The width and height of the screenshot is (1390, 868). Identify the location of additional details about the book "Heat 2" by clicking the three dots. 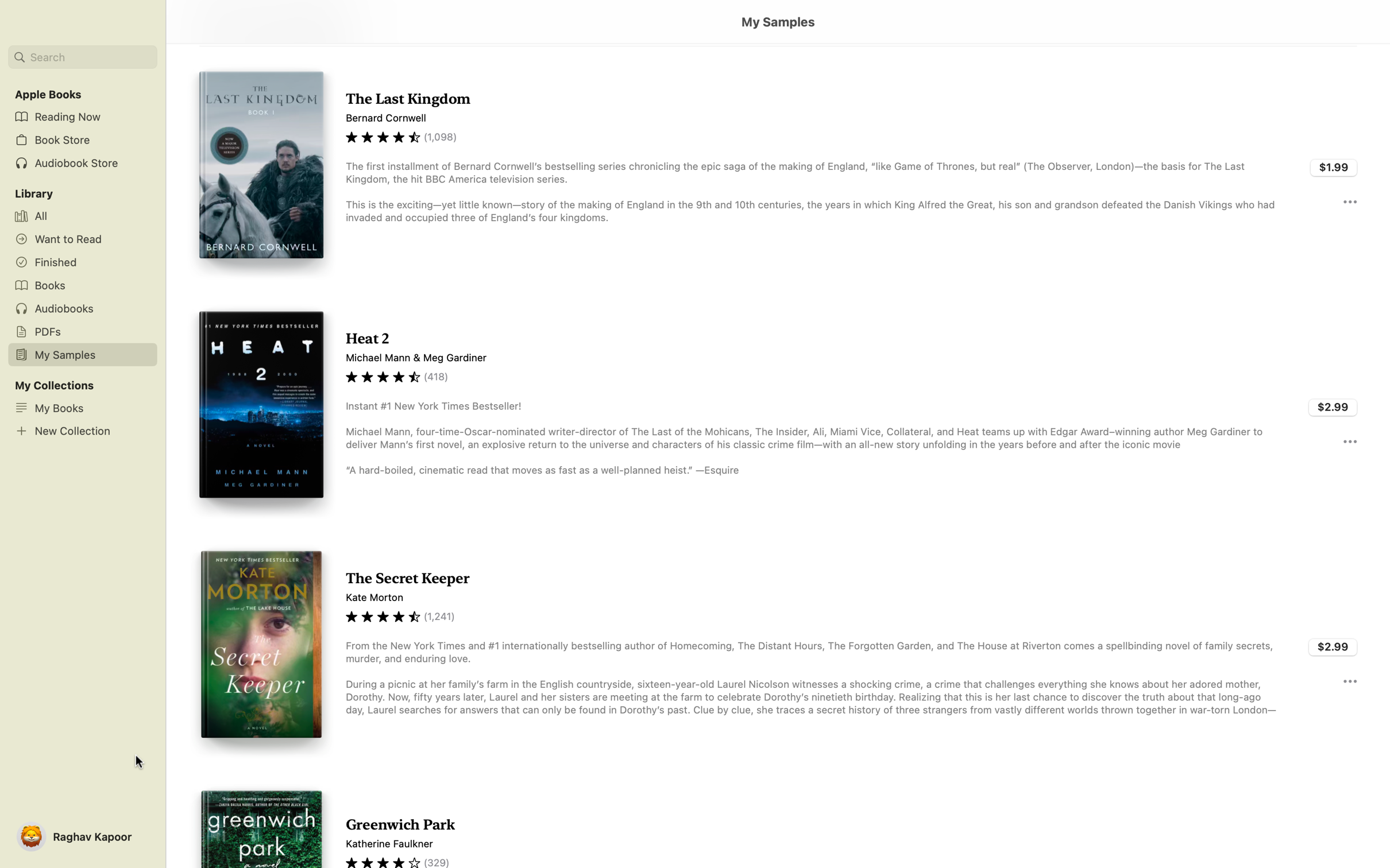
(1349, 441).